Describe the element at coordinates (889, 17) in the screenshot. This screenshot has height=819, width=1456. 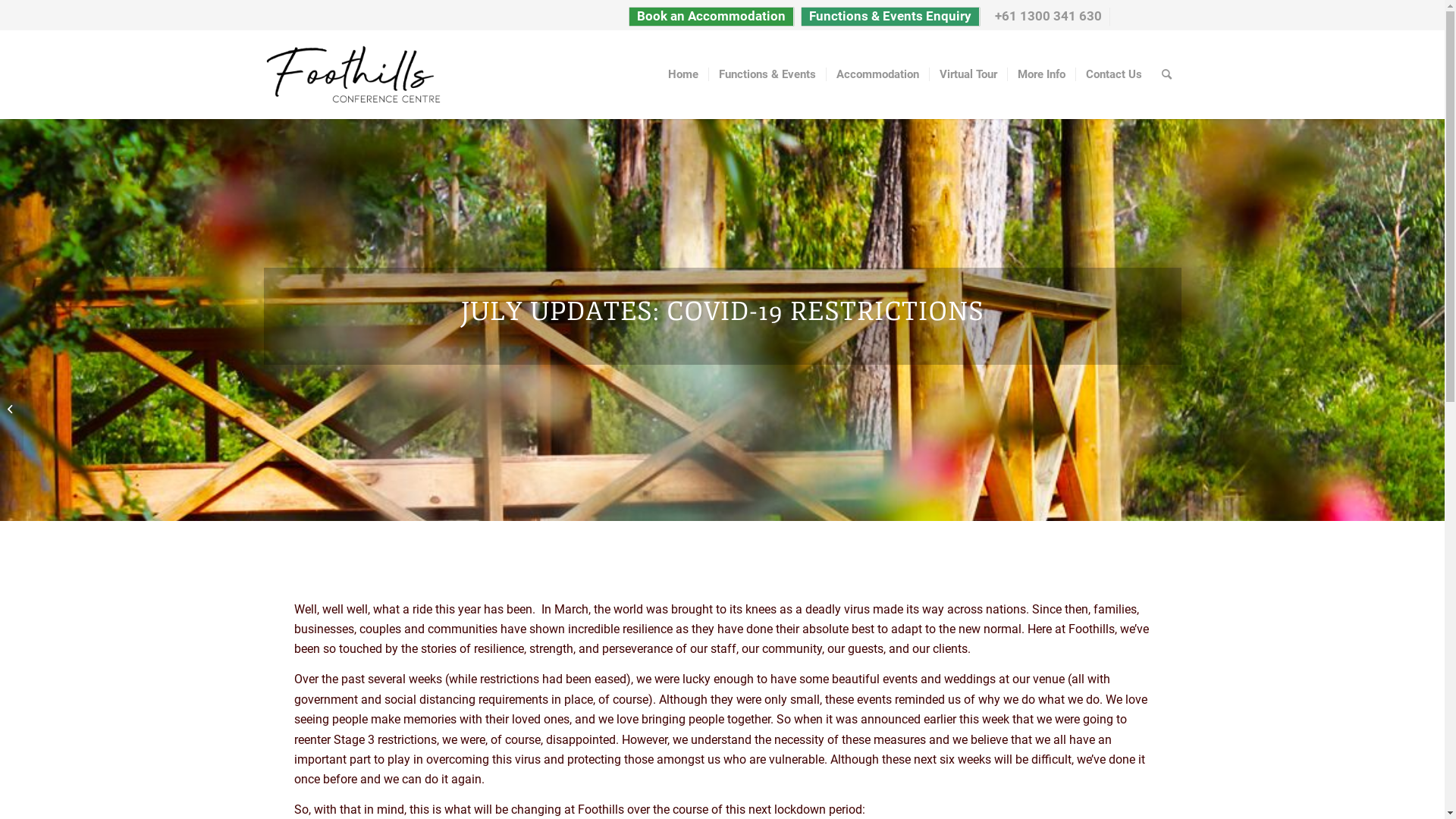
I see `'Functions & Events Enquiry'` at that location.